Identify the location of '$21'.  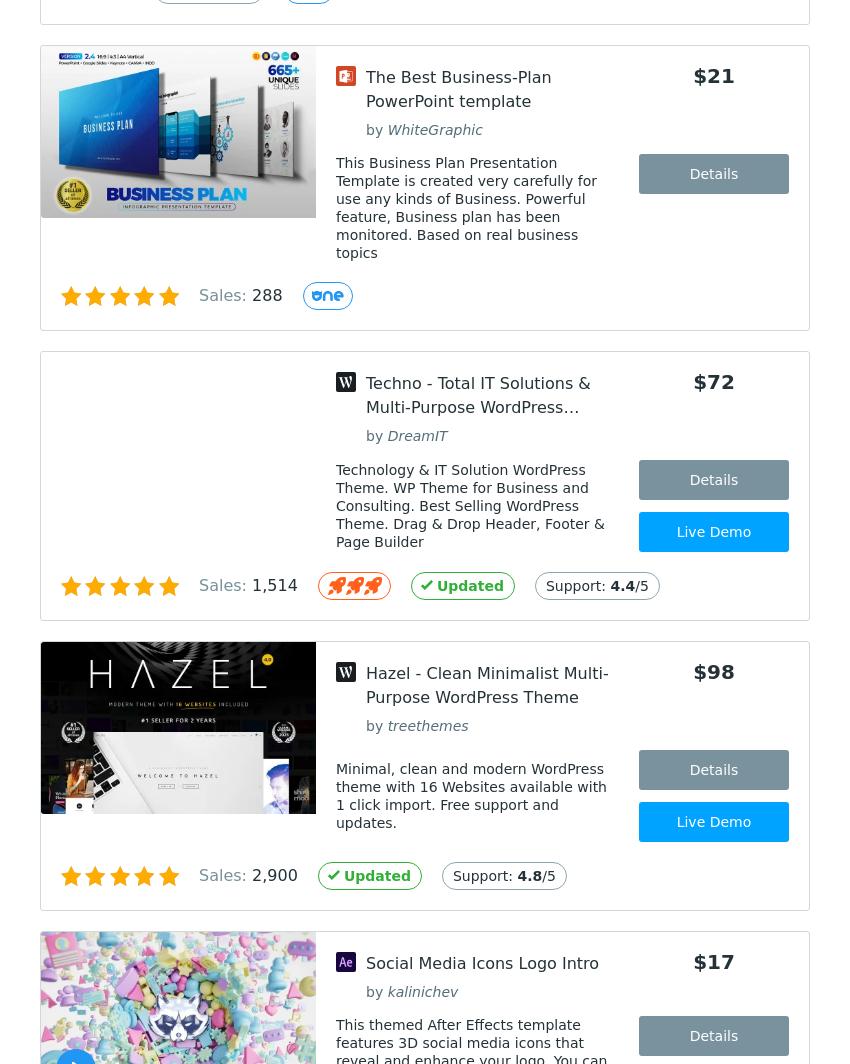
(712, 75).